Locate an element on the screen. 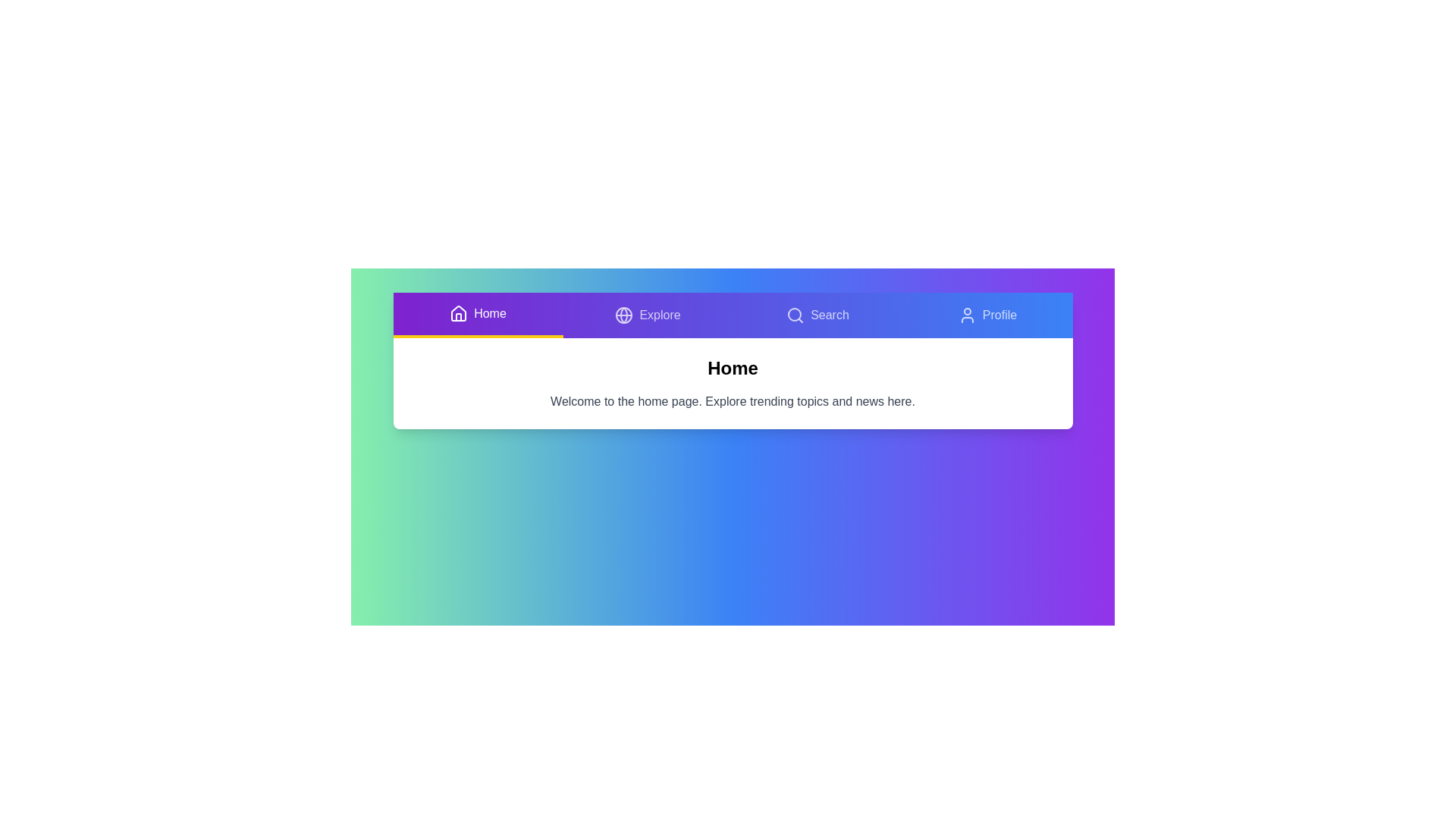 This screenshot has width=1456, height=819. the tab button labeled Explore is located at coordinates (648, 315).